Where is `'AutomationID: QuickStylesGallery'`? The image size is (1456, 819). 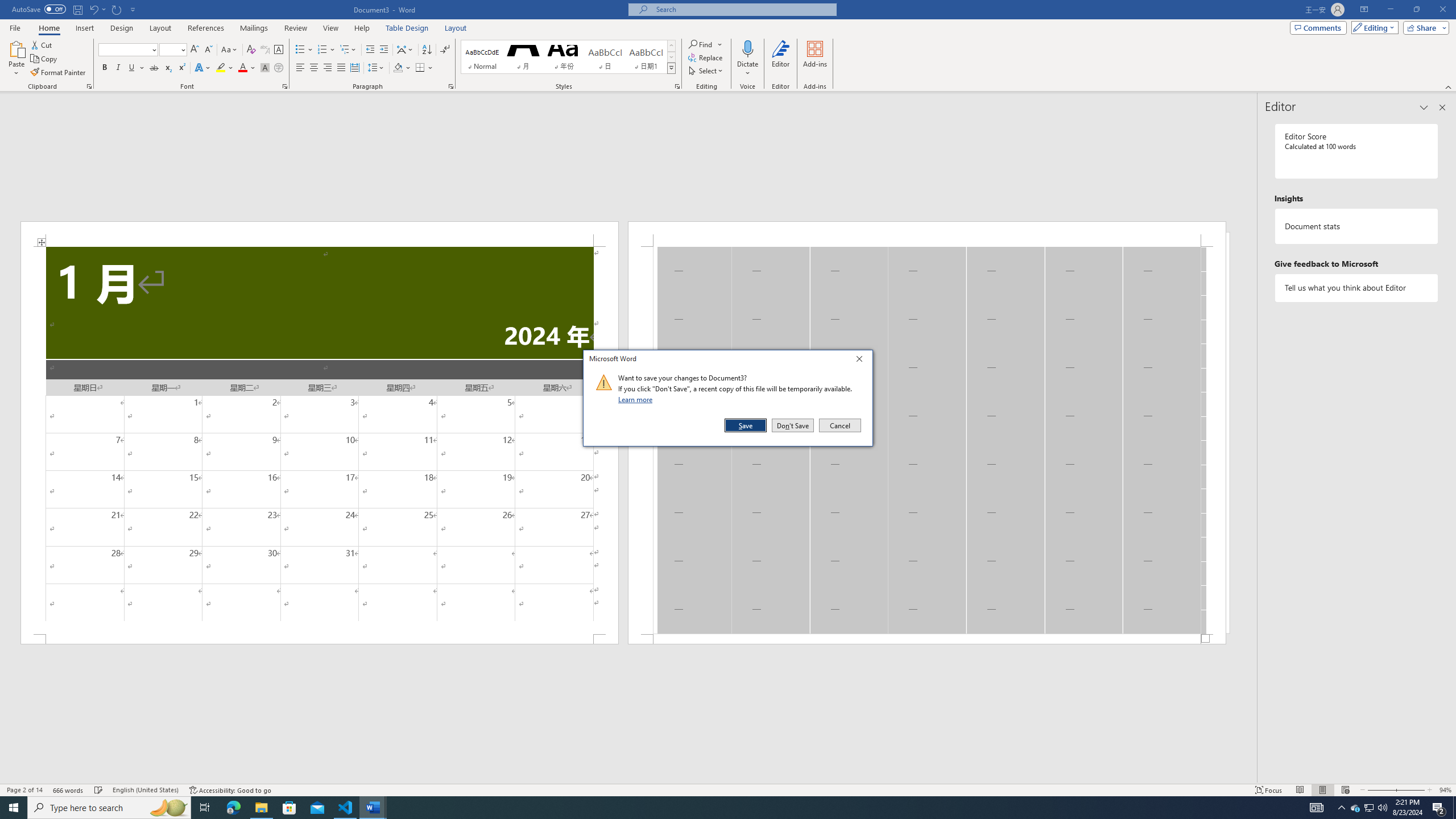 'AutomationID: QuickStylesGallery' is located at coordinates (568, 56).